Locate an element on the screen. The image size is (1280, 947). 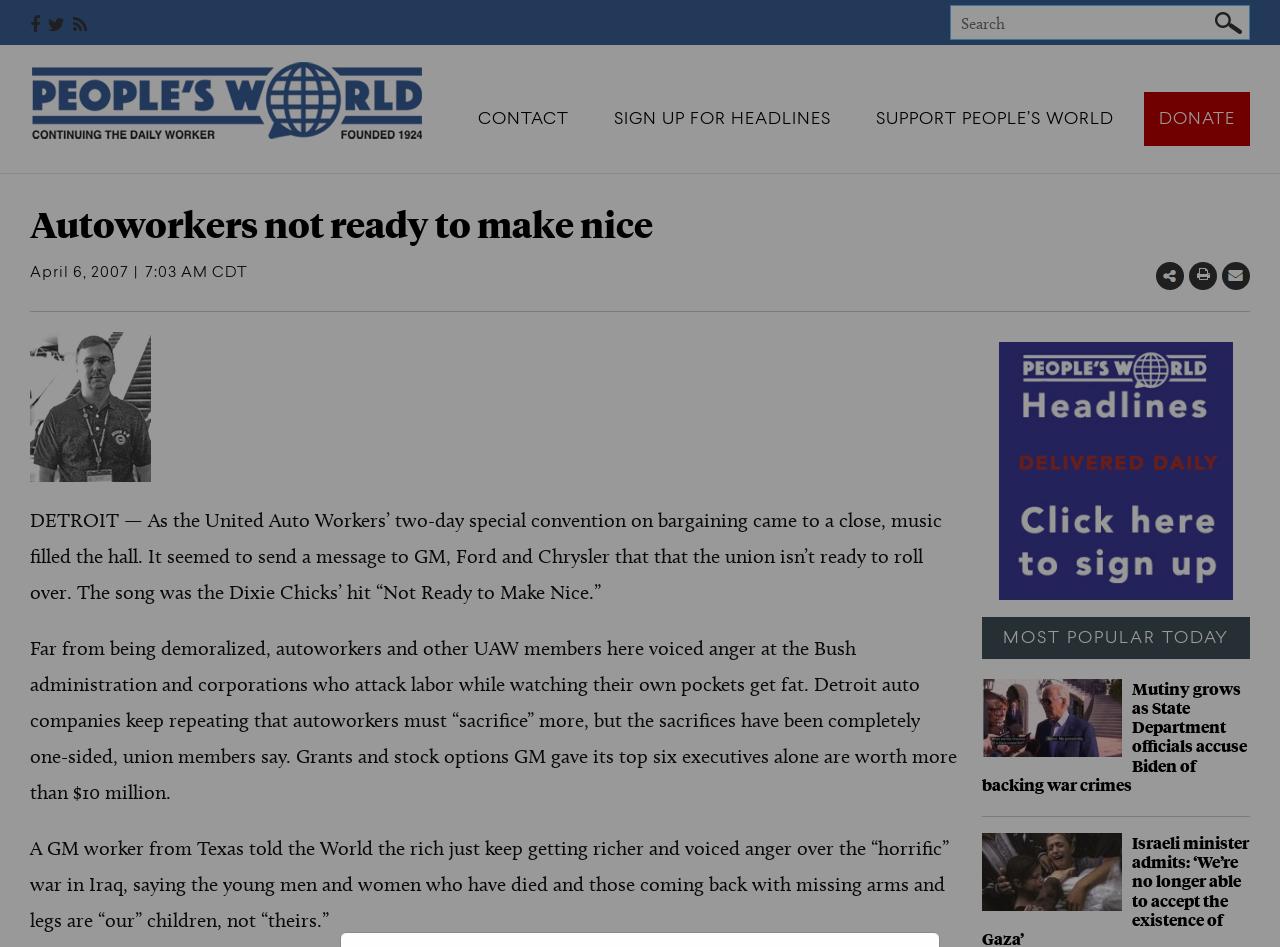
'Mutiny grows as State Department officials accuse Biden of backing war crimes' is located at coordinates (980, 734).